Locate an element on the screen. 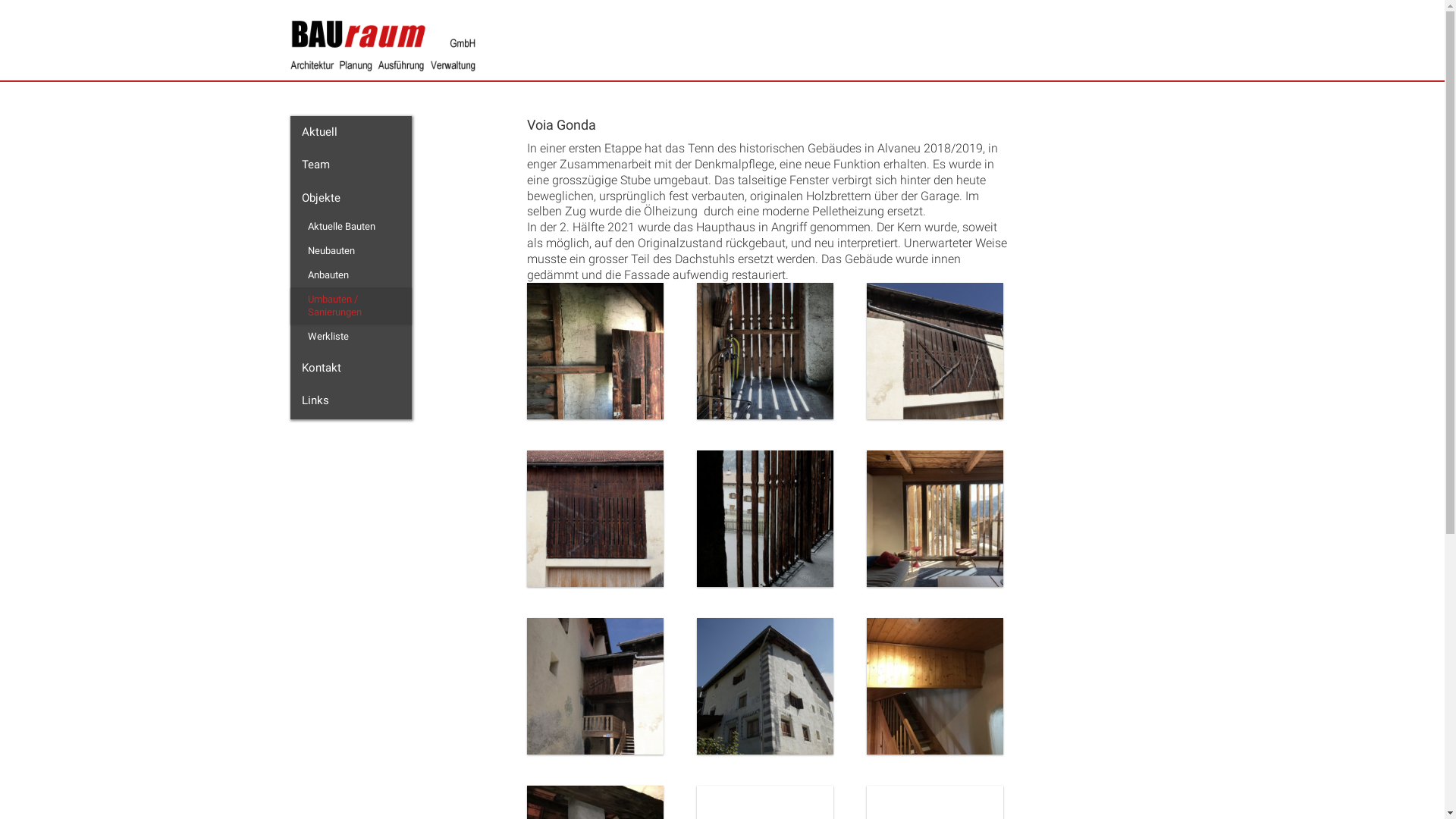 This screenshot has height=819, width=1456. 'Neubauten' is located at coordinates (352, 250).